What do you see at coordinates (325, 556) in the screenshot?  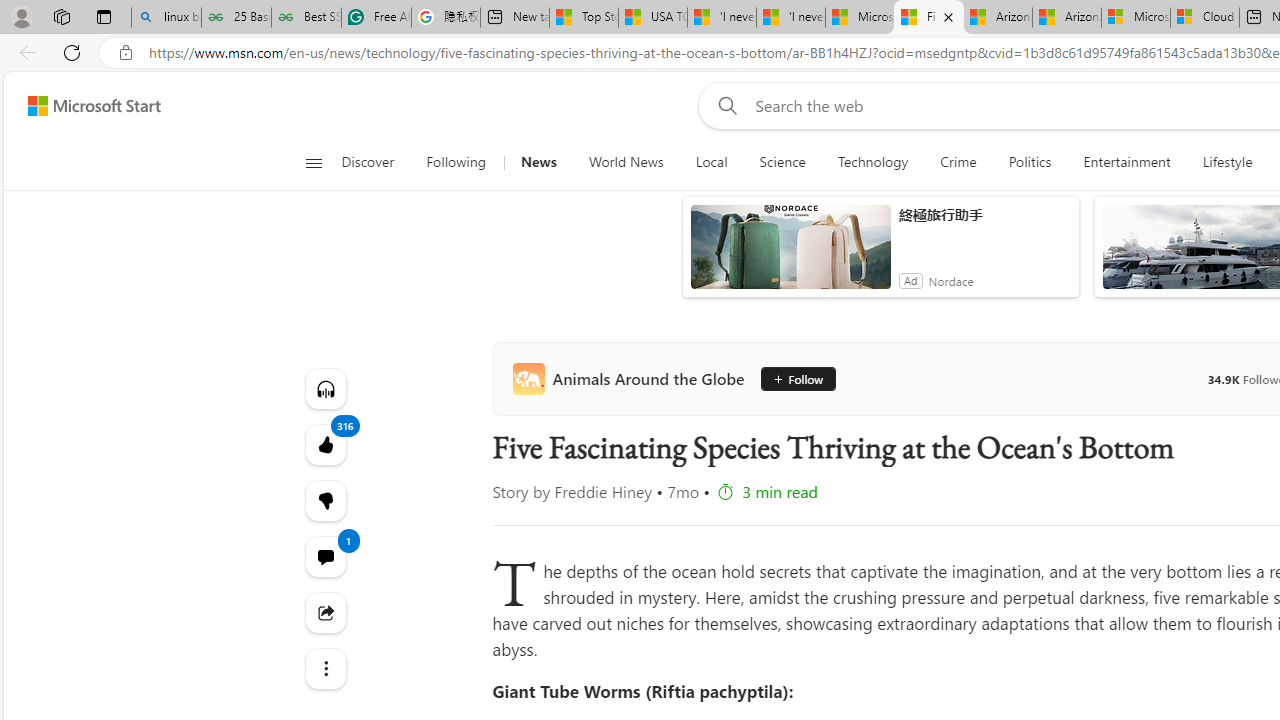 I see `'View comments 1 Comment'` at bounding box center [325, 556].